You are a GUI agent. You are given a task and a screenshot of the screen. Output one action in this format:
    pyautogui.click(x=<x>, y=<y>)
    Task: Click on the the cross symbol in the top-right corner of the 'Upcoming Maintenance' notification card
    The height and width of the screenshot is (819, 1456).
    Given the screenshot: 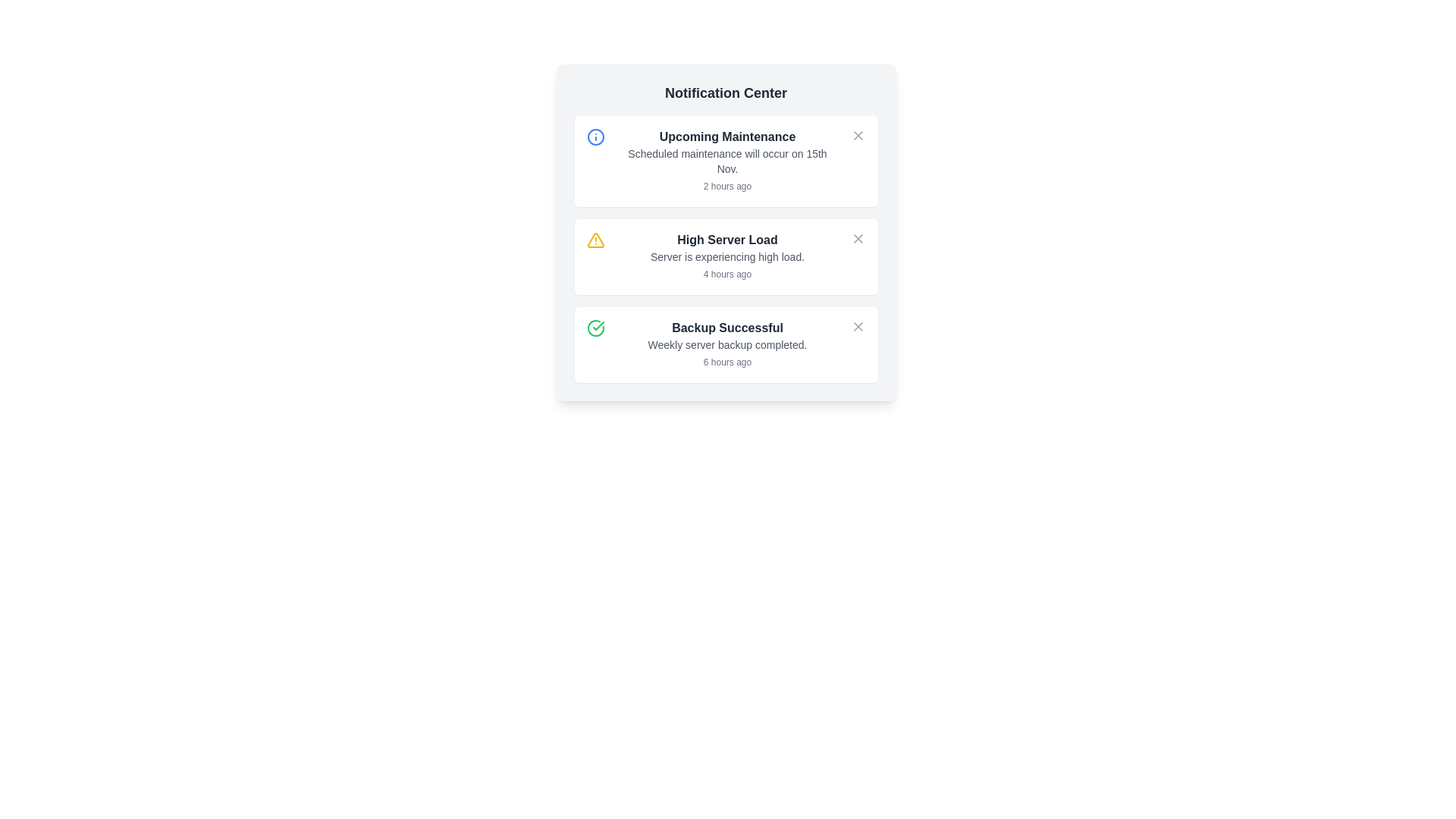 What is the action you would take?
    pyautogui.click(x=858, y=134)
    